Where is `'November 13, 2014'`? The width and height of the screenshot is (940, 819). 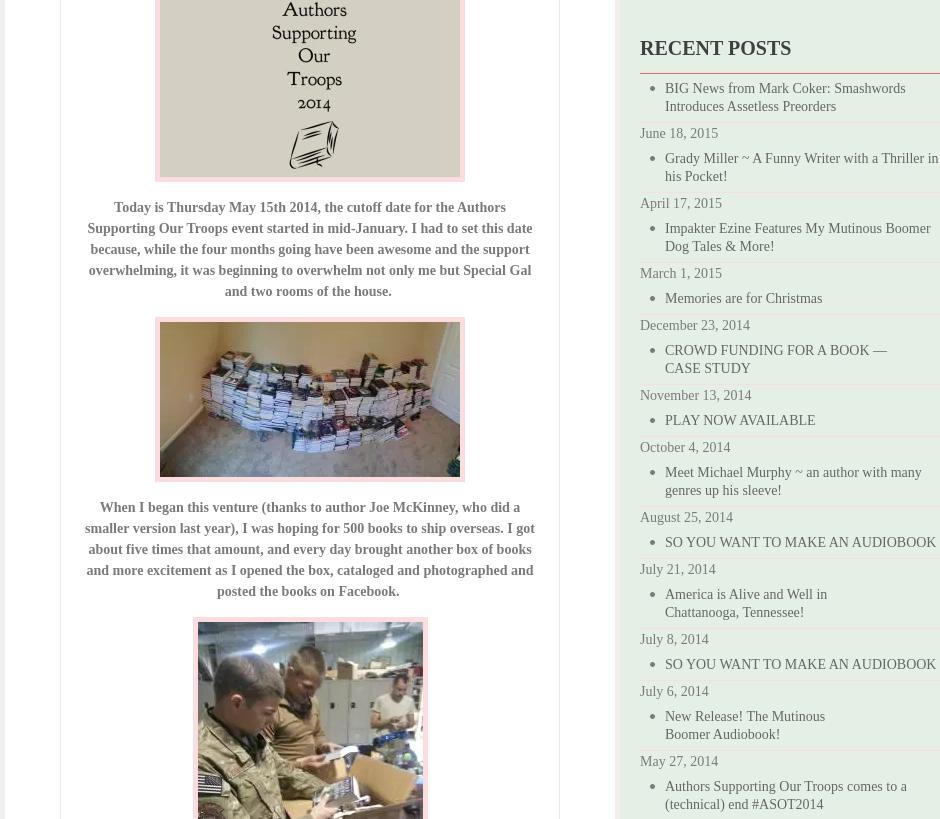
'November 13, 2014' is located at coordinates (694, 394).